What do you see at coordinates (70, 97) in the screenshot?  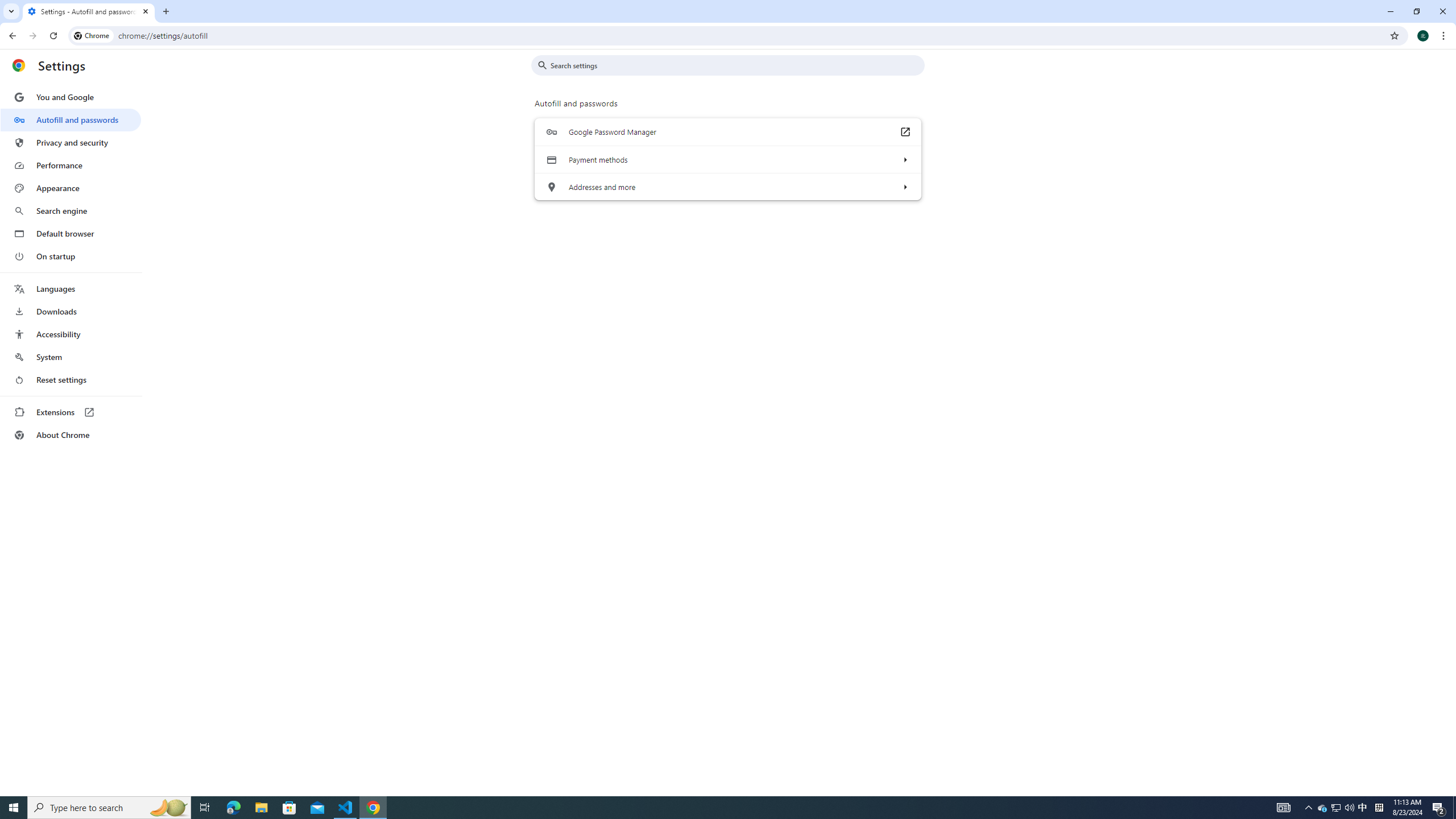 I see `'You and Google'` at bounding box center [70, 97].